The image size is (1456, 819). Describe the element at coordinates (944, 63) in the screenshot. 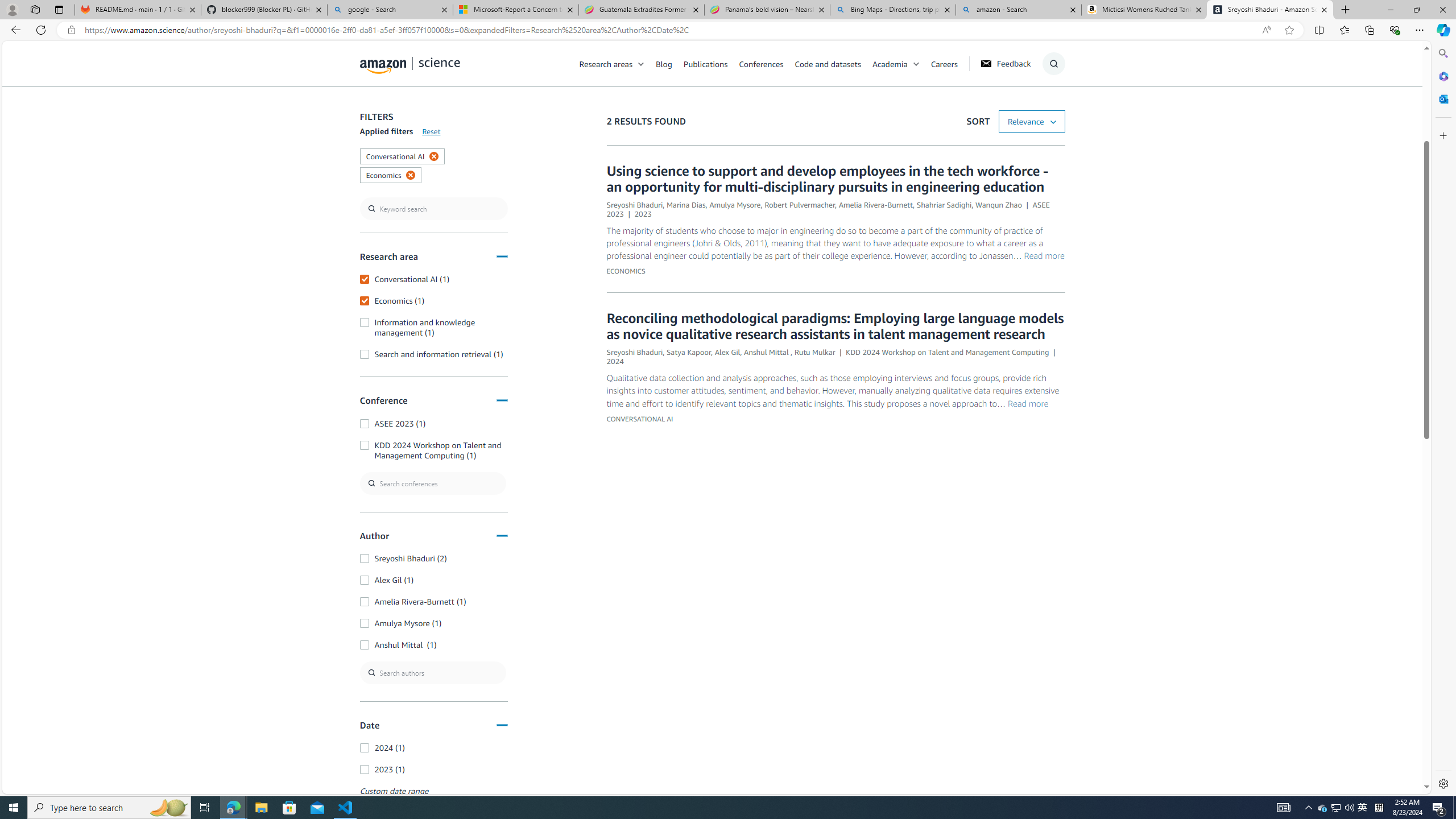

I see `'Careers'` at that location.